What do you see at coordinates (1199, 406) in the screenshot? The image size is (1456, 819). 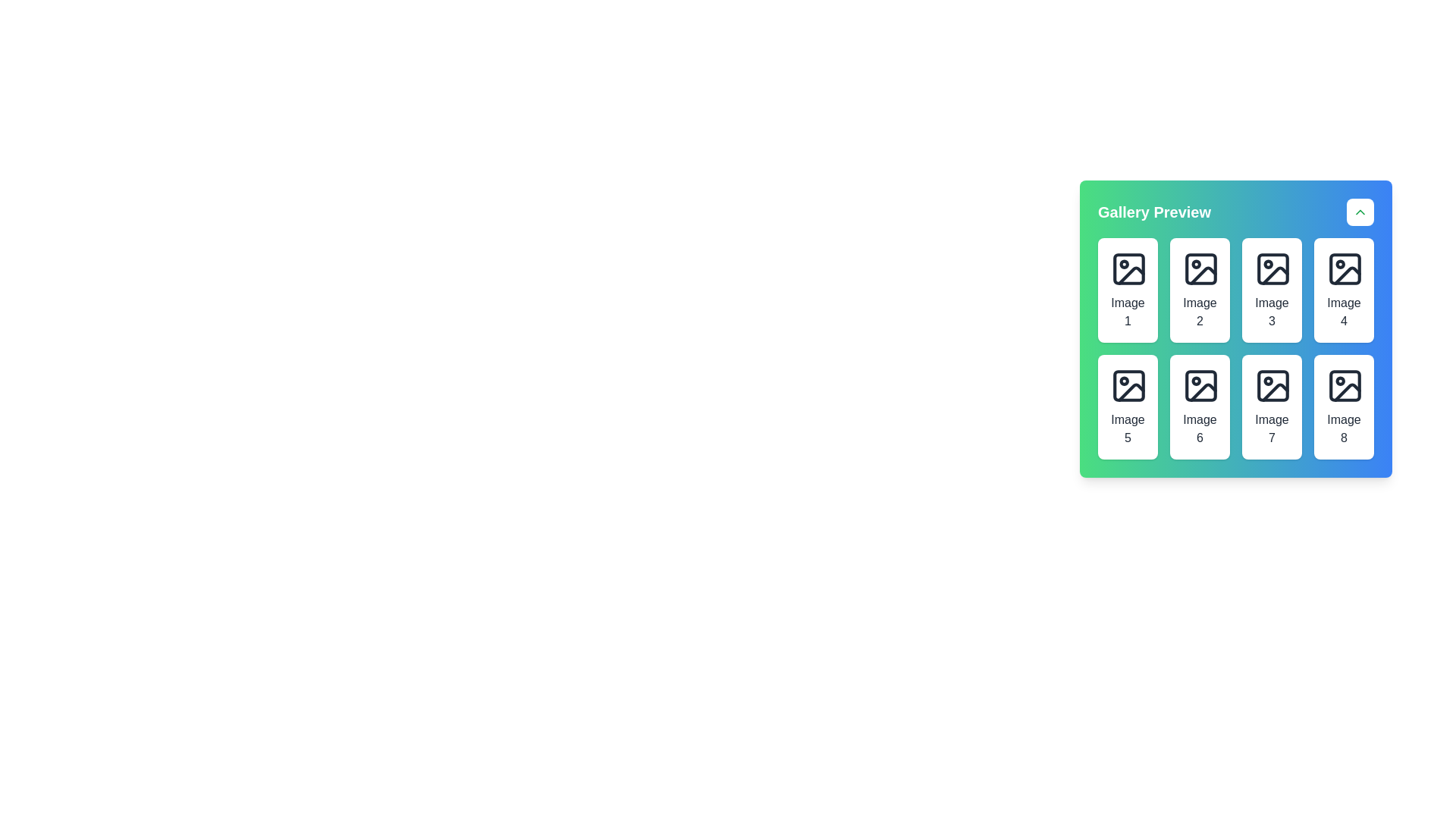 I see `the gallery item representing 'Image 6' located in the lower row, second column of a 4x2 grid` at bounding box center [1199, 406].